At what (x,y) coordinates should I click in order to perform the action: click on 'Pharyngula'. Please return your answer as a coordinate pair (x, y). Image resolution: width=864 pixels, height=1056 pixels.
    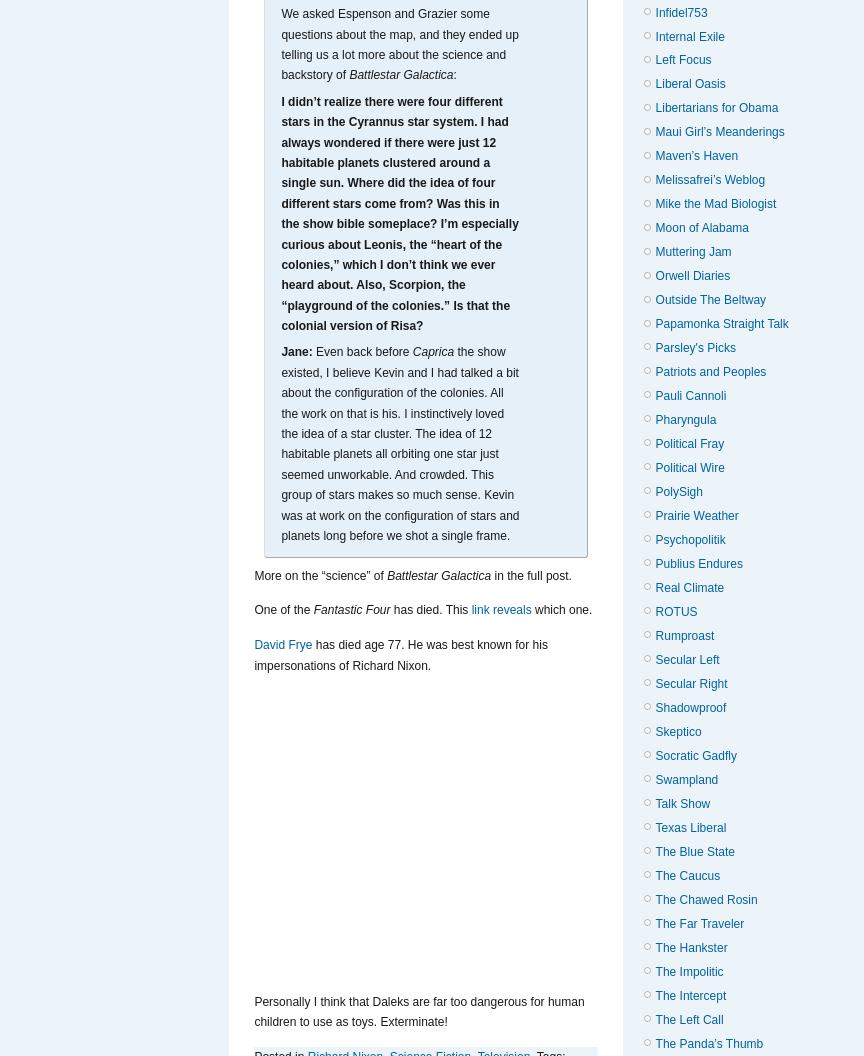
    Looking at the image, I should click on (685, 419).